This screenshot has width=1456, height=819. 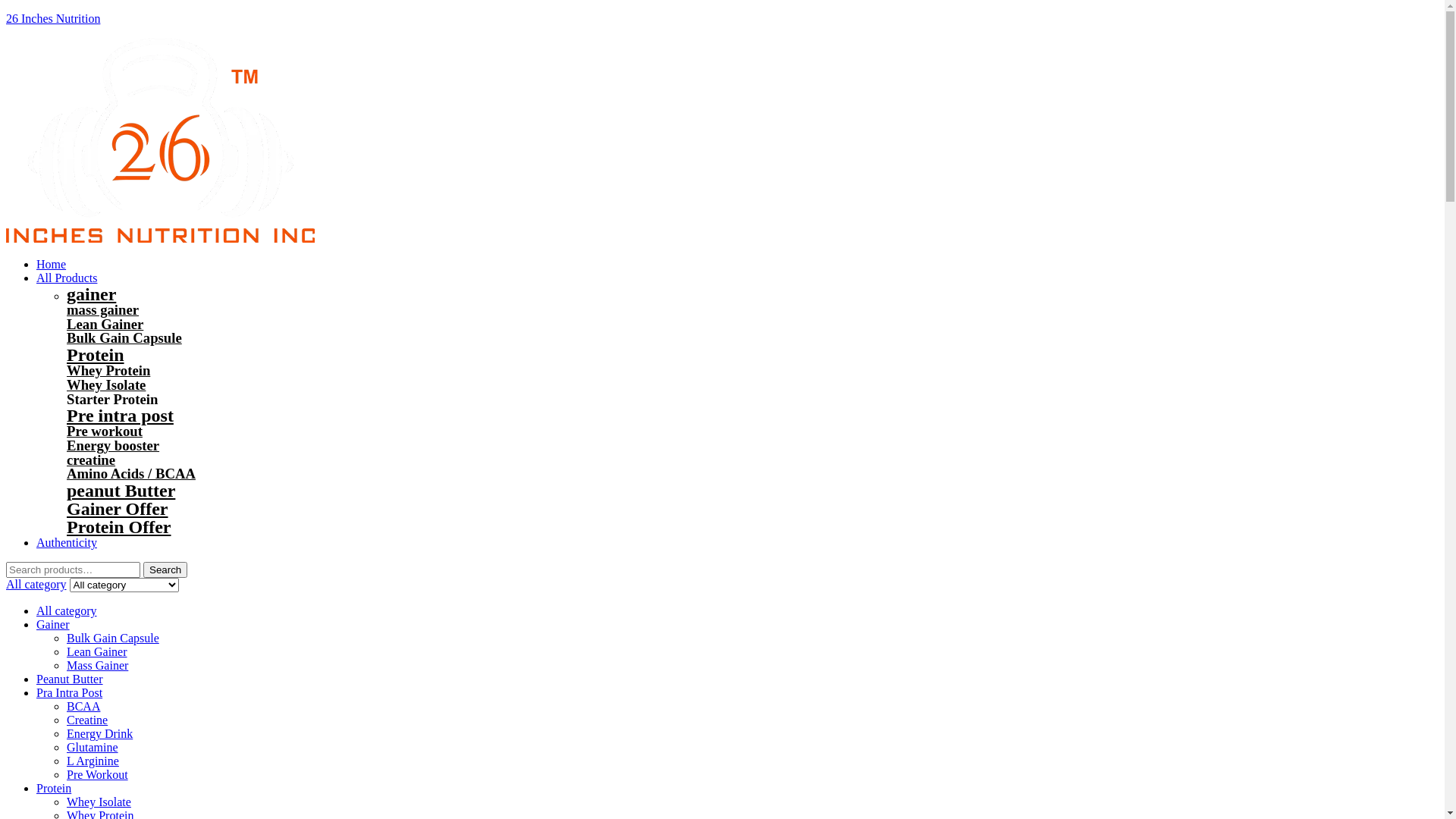 What do you see at coordinates (36, 278) in the screenshot?
I see `'All Products'` at bounding box center [36, 278].